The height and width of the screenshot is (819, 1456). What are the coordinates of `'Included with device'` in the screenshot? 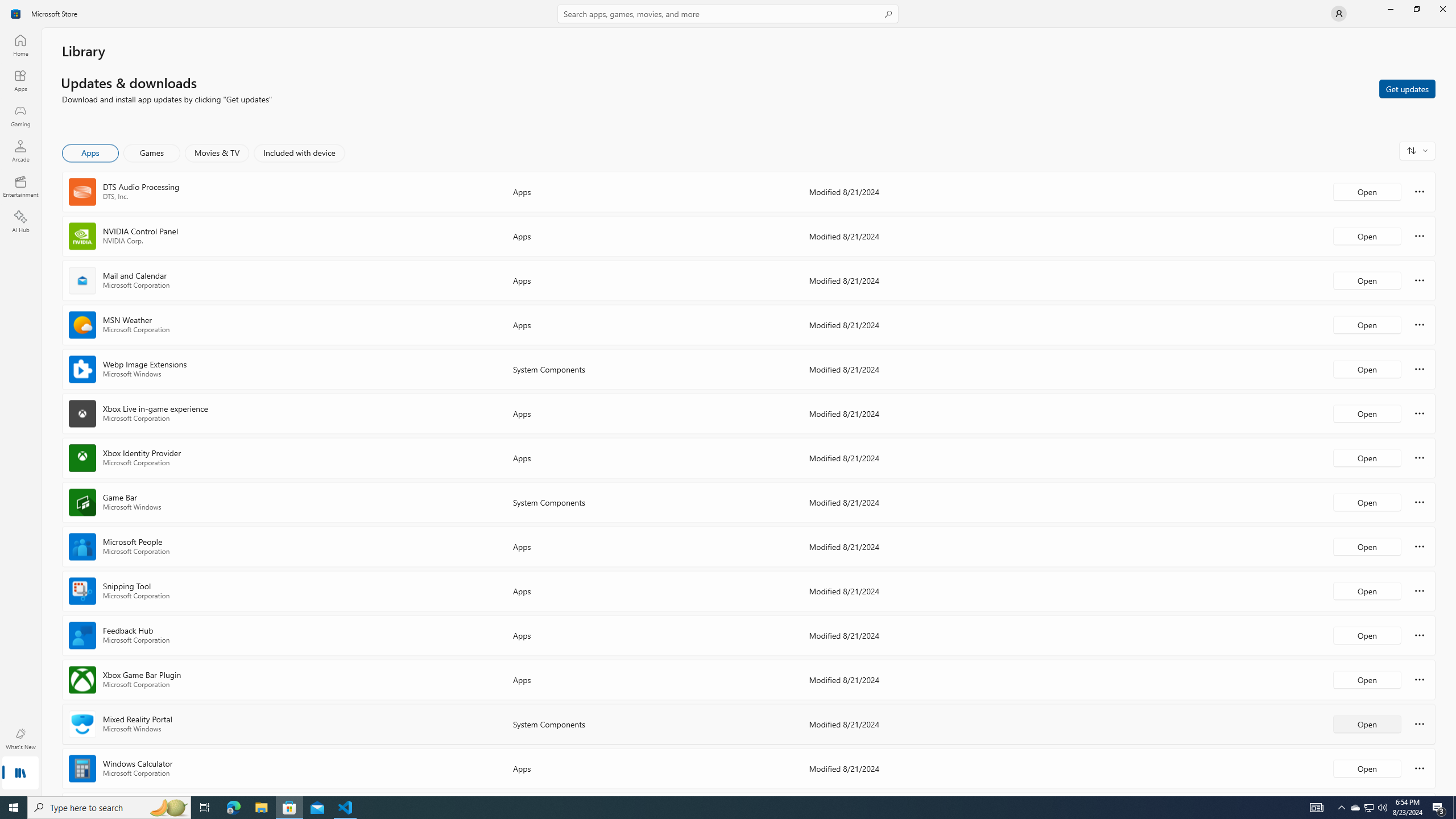 It's located at (299, 152).